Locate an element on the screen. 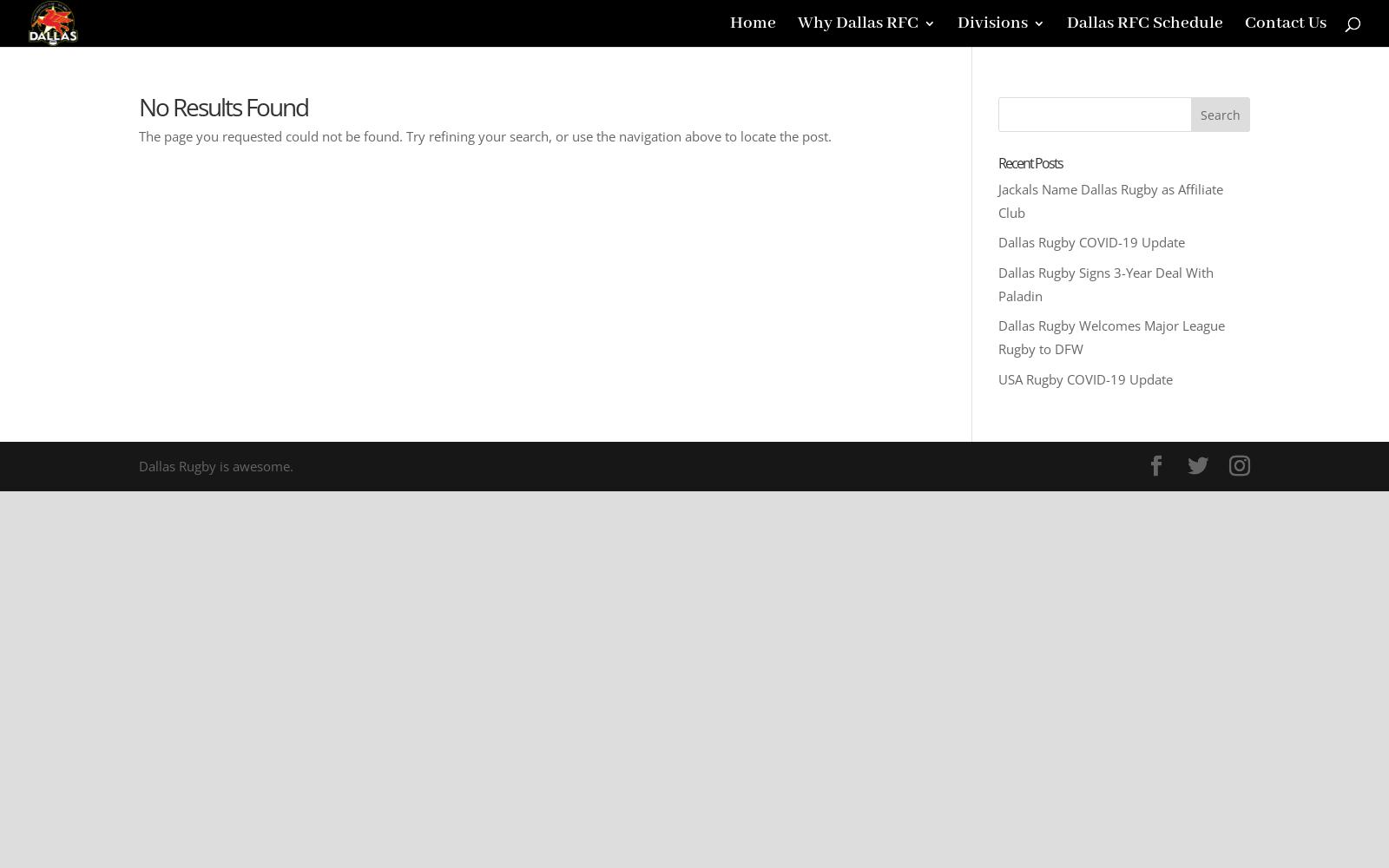 The image size is (1389, 868). 'Dallas Men' is located at coordinates (1034, 82).